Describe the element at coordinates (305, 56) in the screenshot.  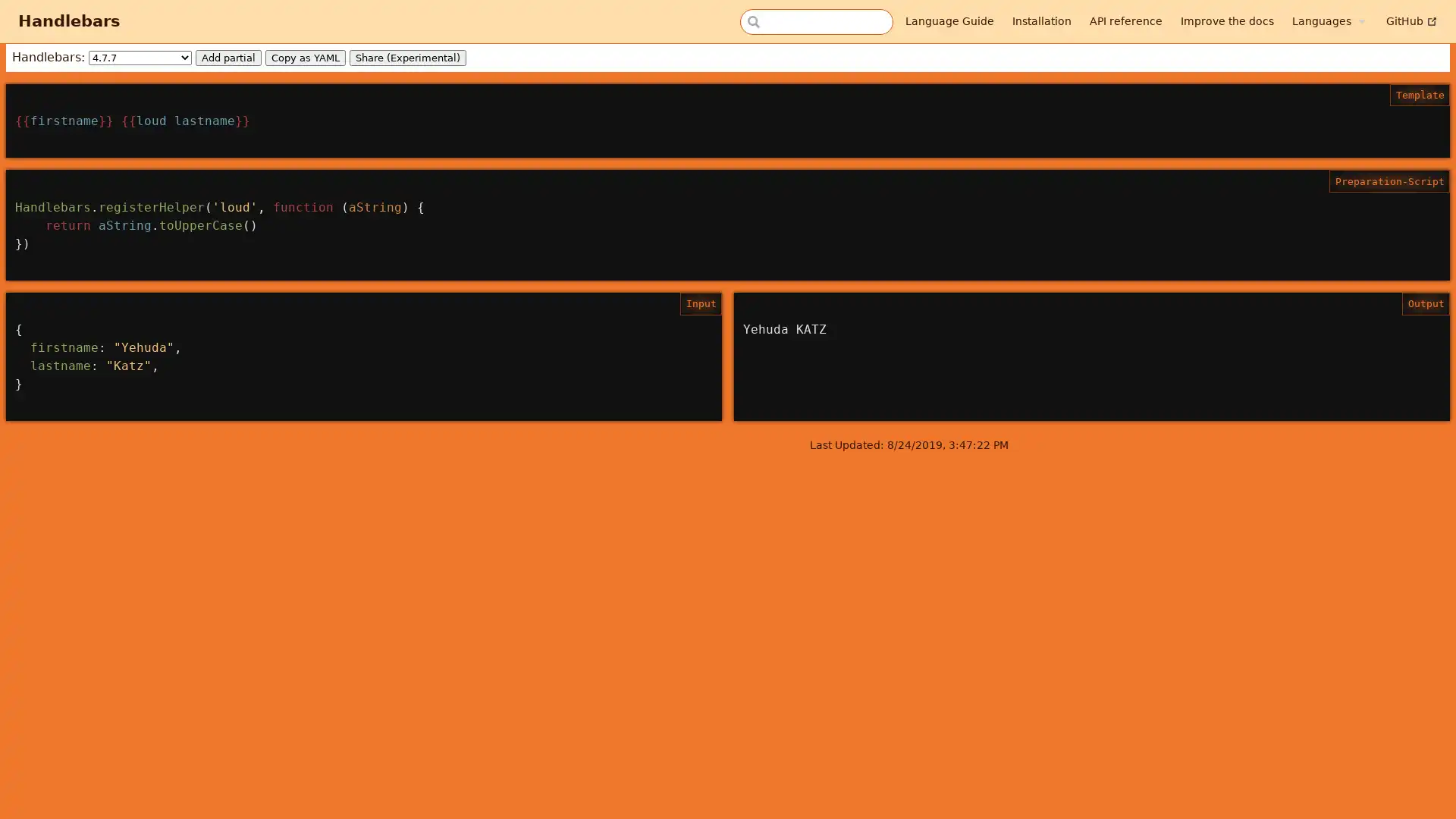
I see `Copy as YAML` at that location.